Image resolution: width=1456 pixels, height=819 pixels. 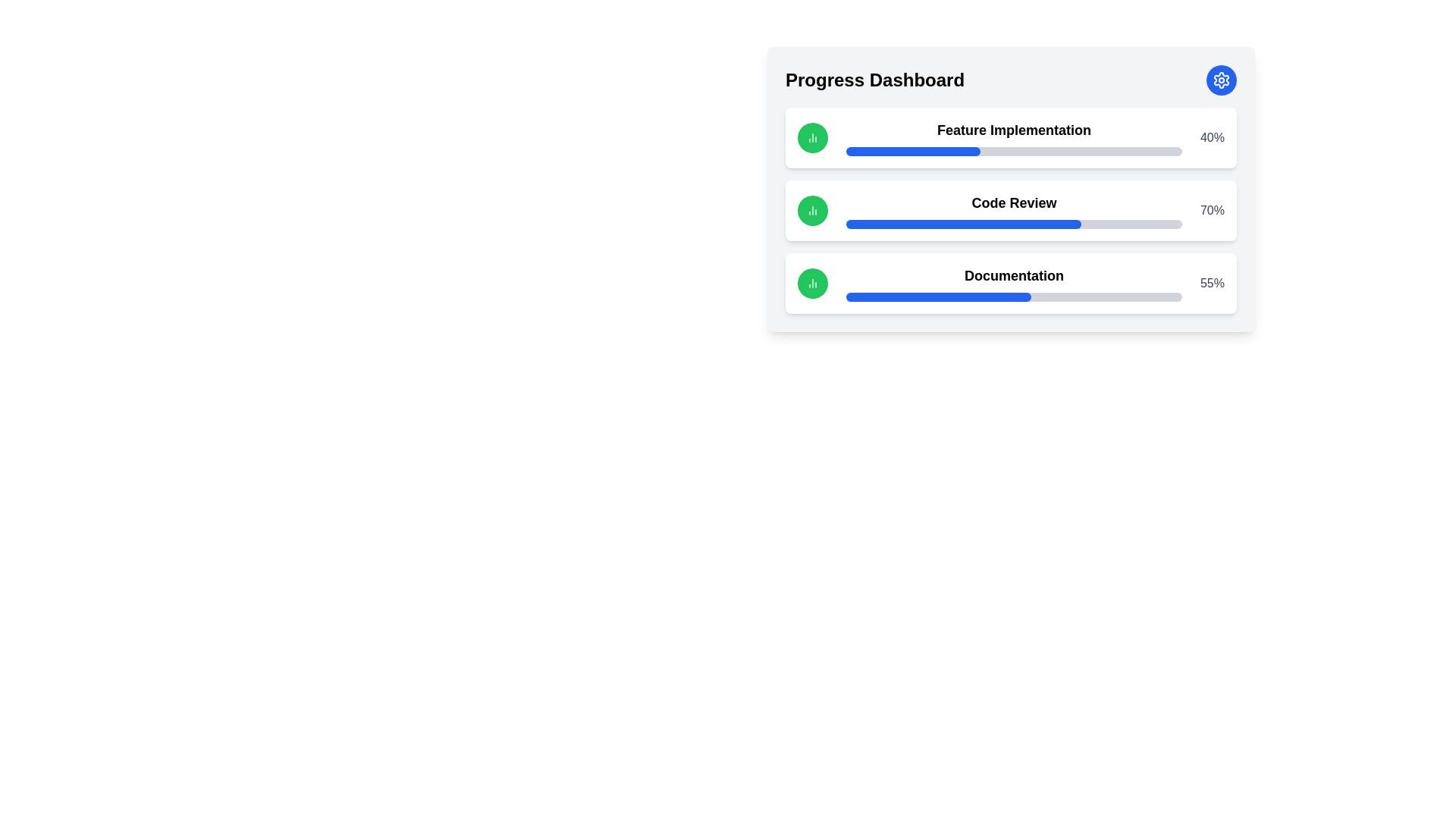 I want to click on the progress bar representing 40% completion for 'Feature Implementation', so click(x=912, y=152).